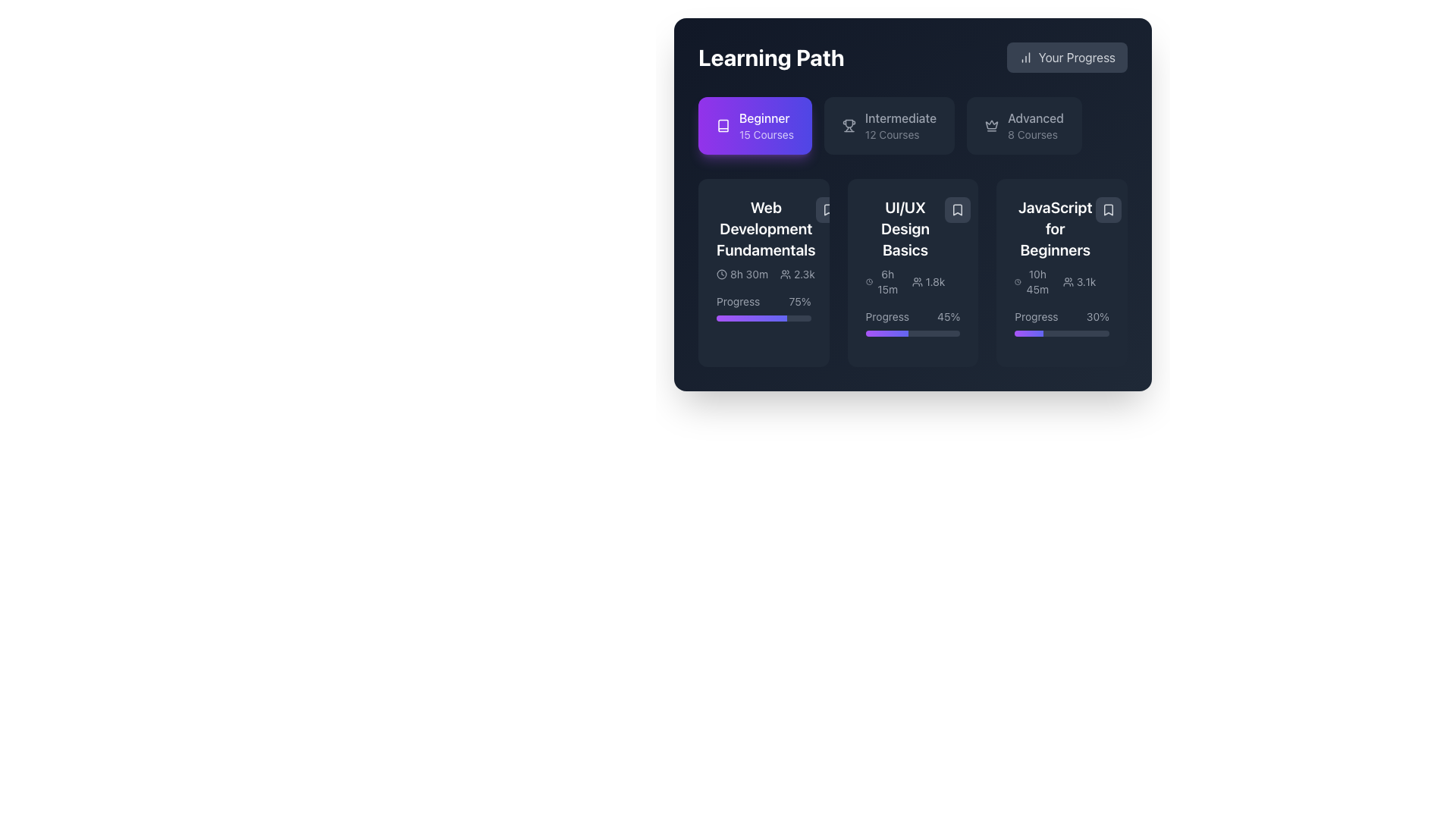  Describe the element at coordinates (1061, 271) in the screenshot. I see `the progress bar of the 'JavaScript for Beginners' course overview card, located in the third column of the curriculum overview section` at that location.